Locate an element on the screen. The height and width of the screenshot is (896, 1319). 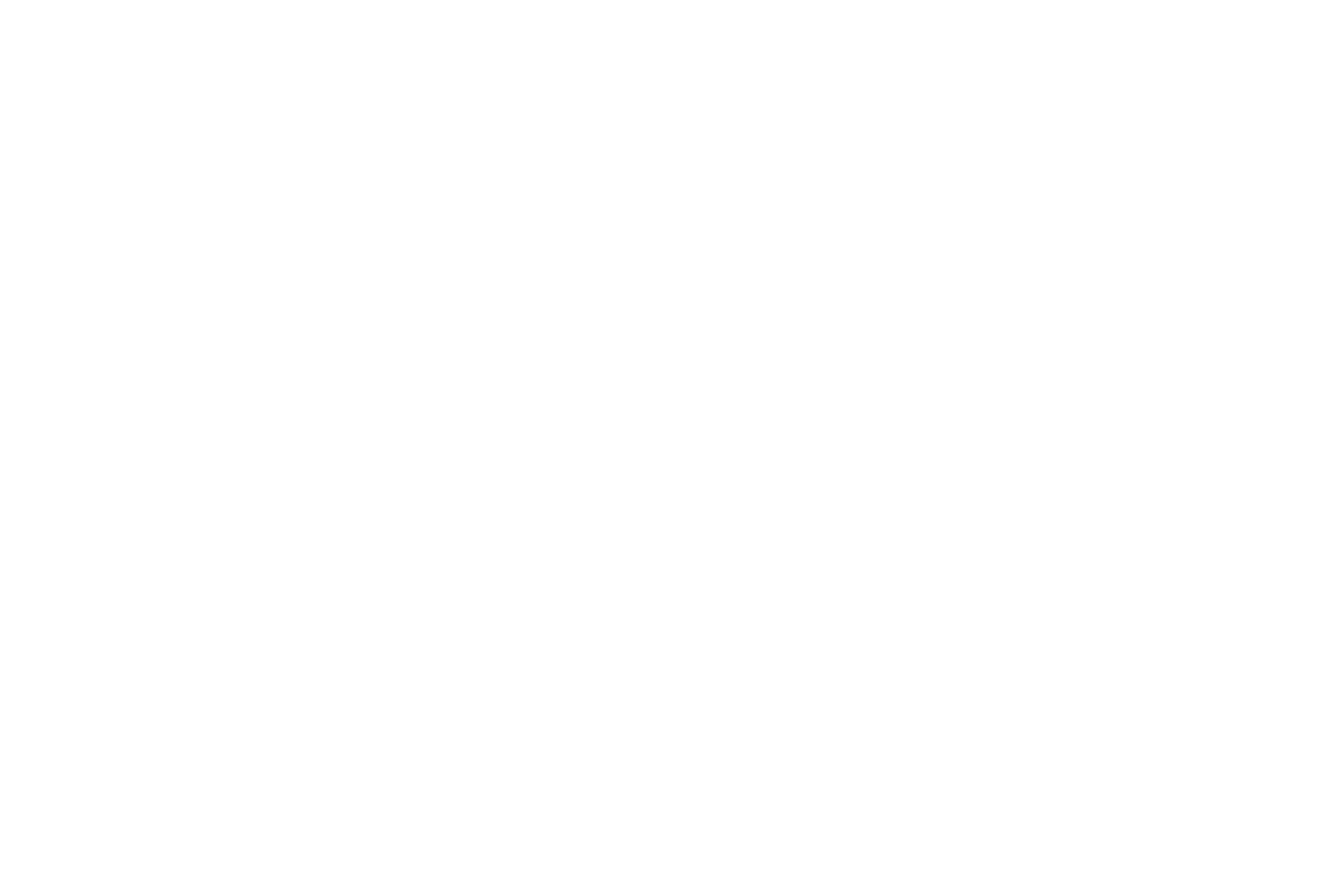
'@StarrFiles' is located at coordinates (540, 84).